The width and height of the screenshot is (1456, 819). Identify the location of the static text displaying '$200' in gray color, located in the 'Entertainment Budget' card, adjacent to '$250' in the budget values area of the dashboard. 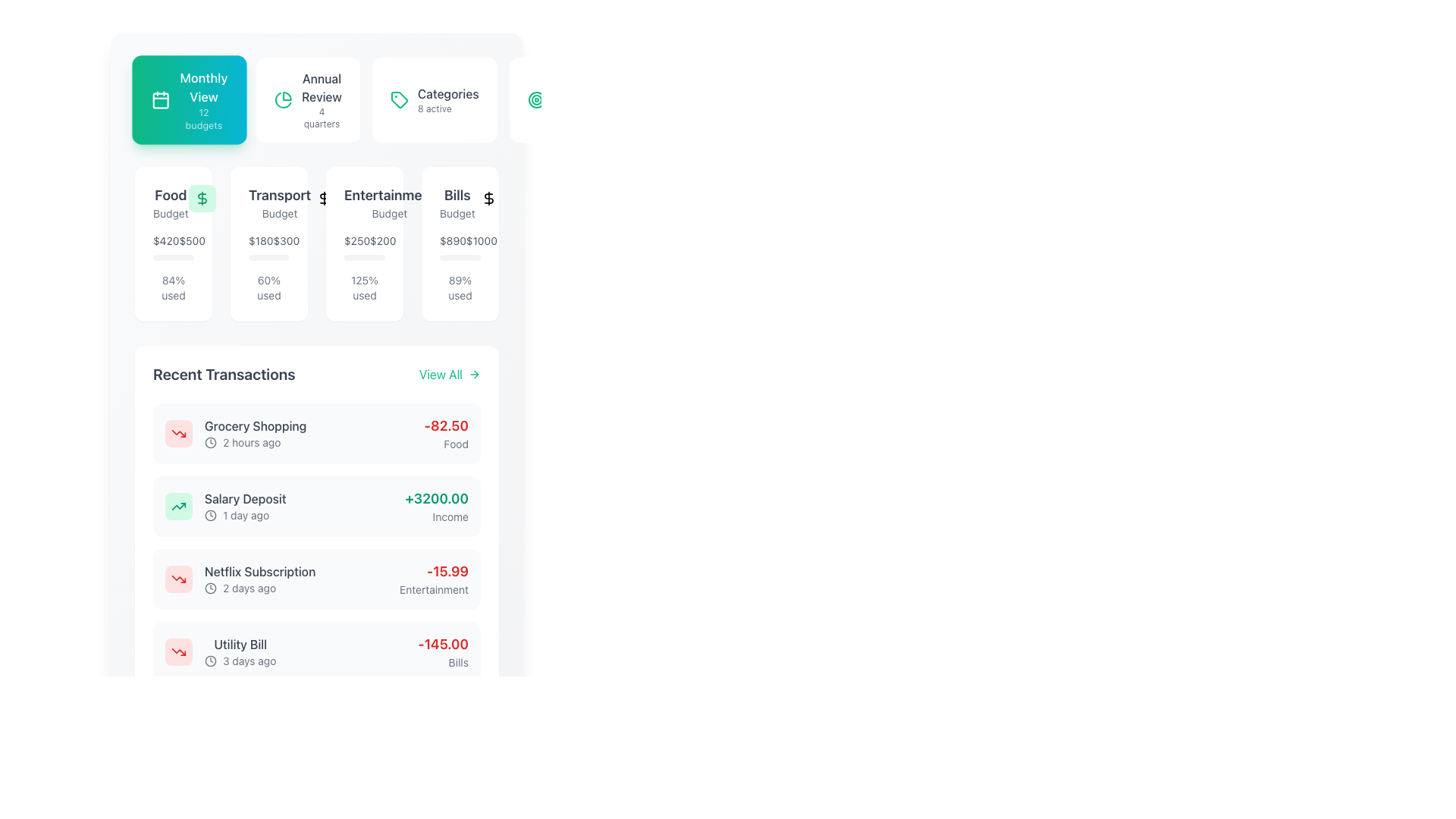
(383, 240).